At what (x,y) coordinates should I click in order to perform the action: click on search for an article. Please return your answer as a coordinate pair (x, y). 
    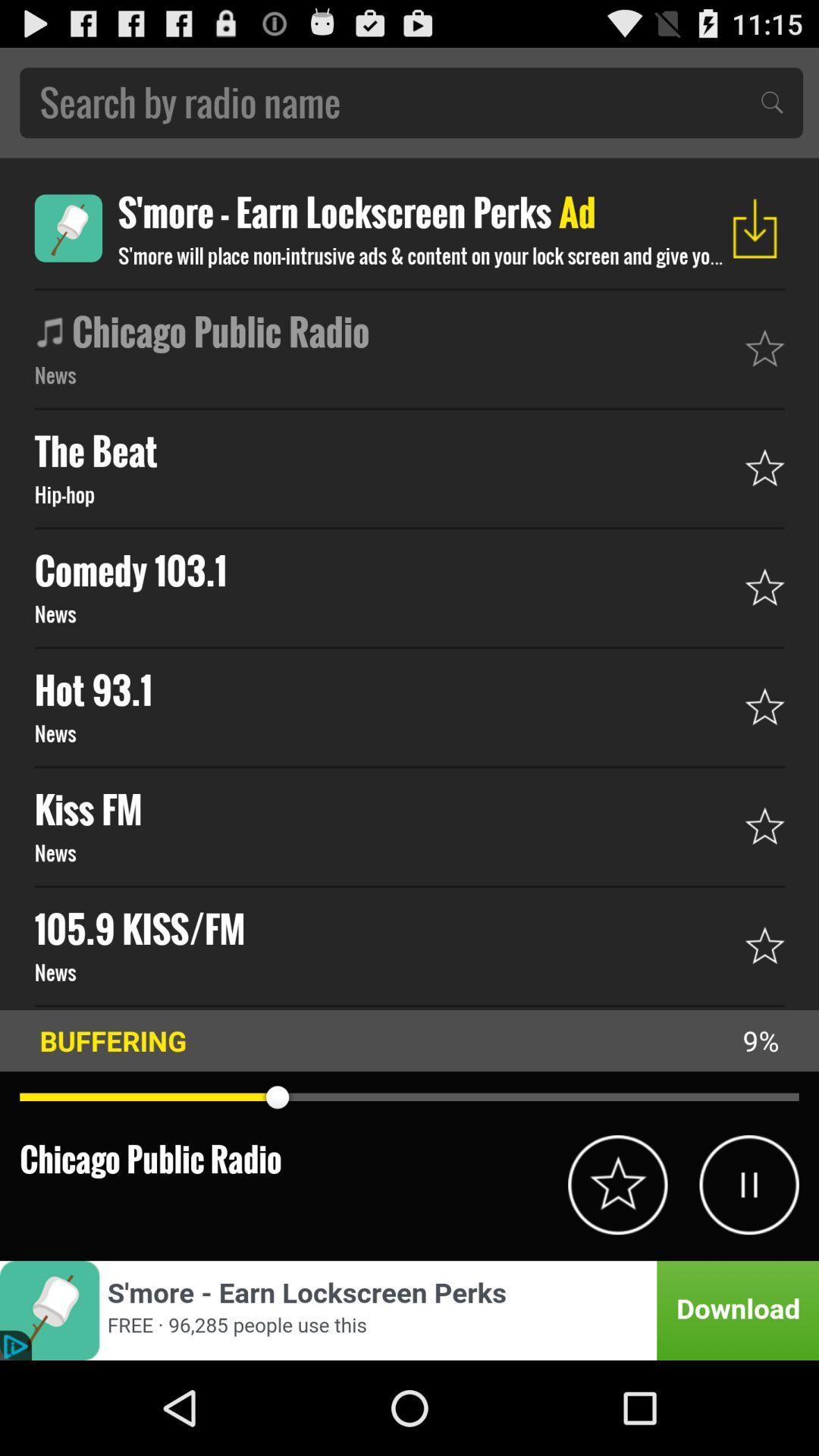
    Looking at the image, I should click on (411, 102).